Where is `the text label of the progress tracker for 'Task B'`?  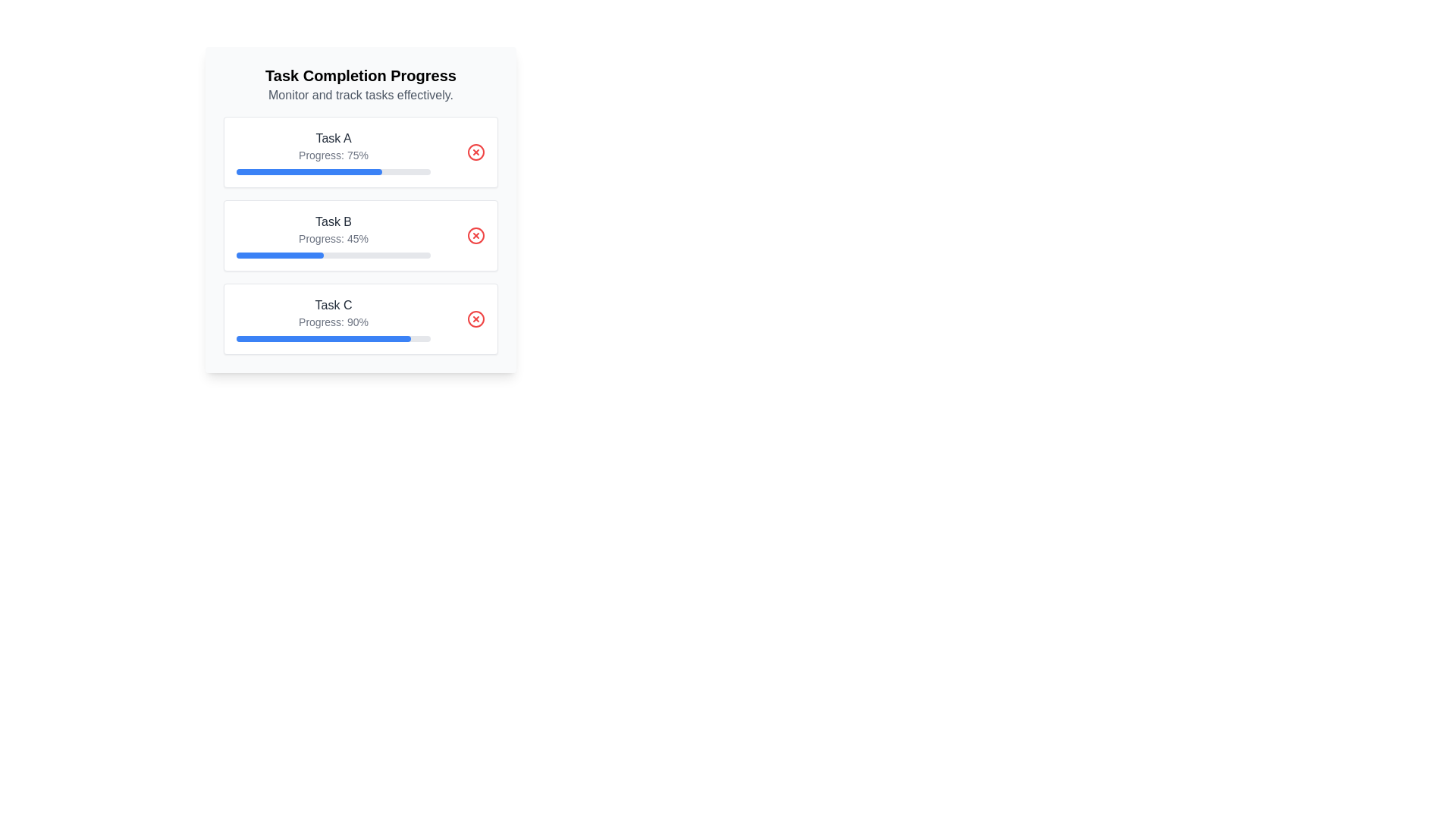 the text label of the progress tracker for 'Task B' is located at coordinates (333, 236).